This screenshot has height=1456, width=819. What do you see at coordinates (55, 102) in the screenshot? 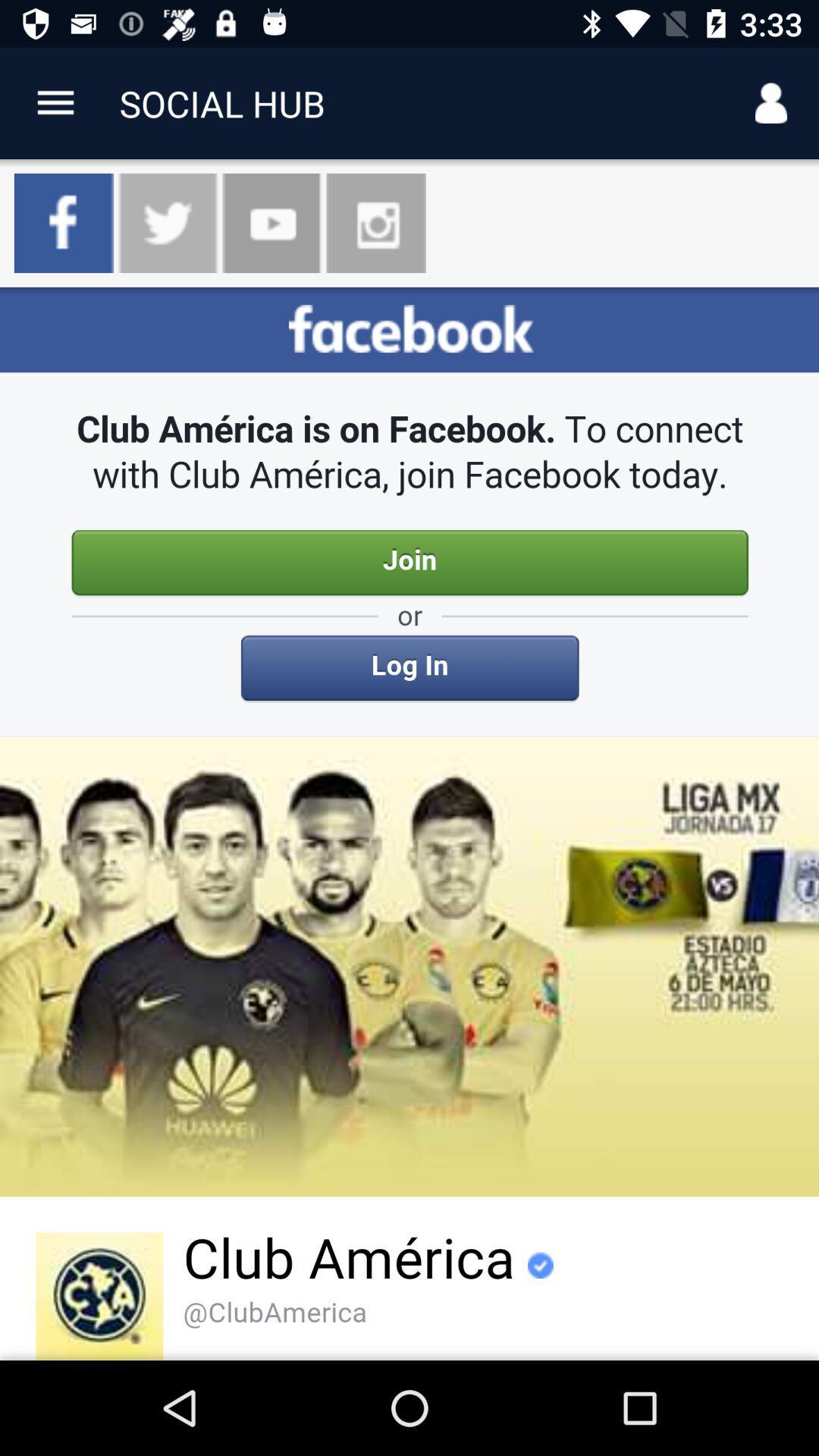
I see `app link` at bounding box center [55, 102].